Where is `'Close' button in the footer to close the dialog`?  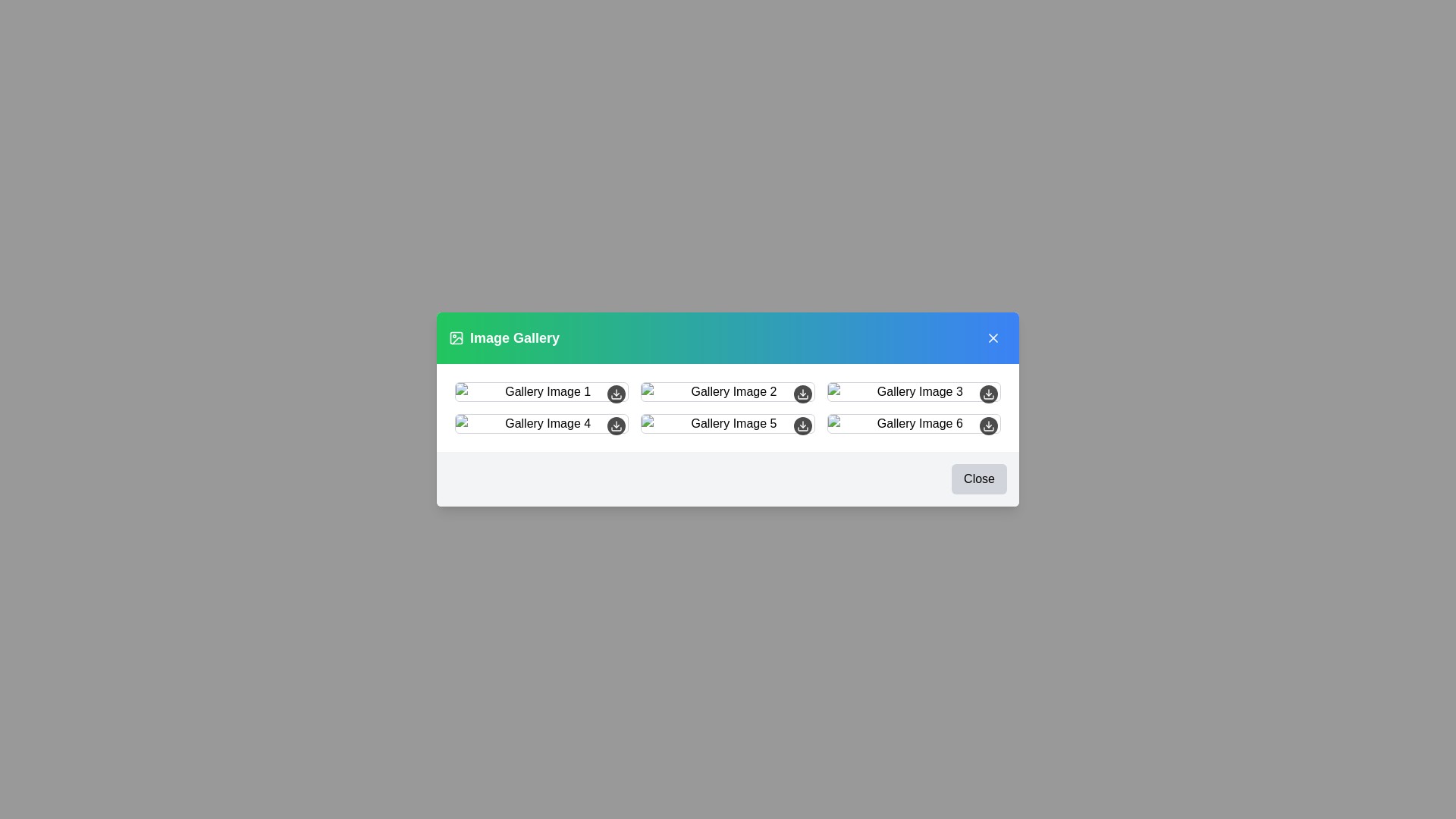 'Close' button in the footer to close the dialog is located at coordinates (979, 479).